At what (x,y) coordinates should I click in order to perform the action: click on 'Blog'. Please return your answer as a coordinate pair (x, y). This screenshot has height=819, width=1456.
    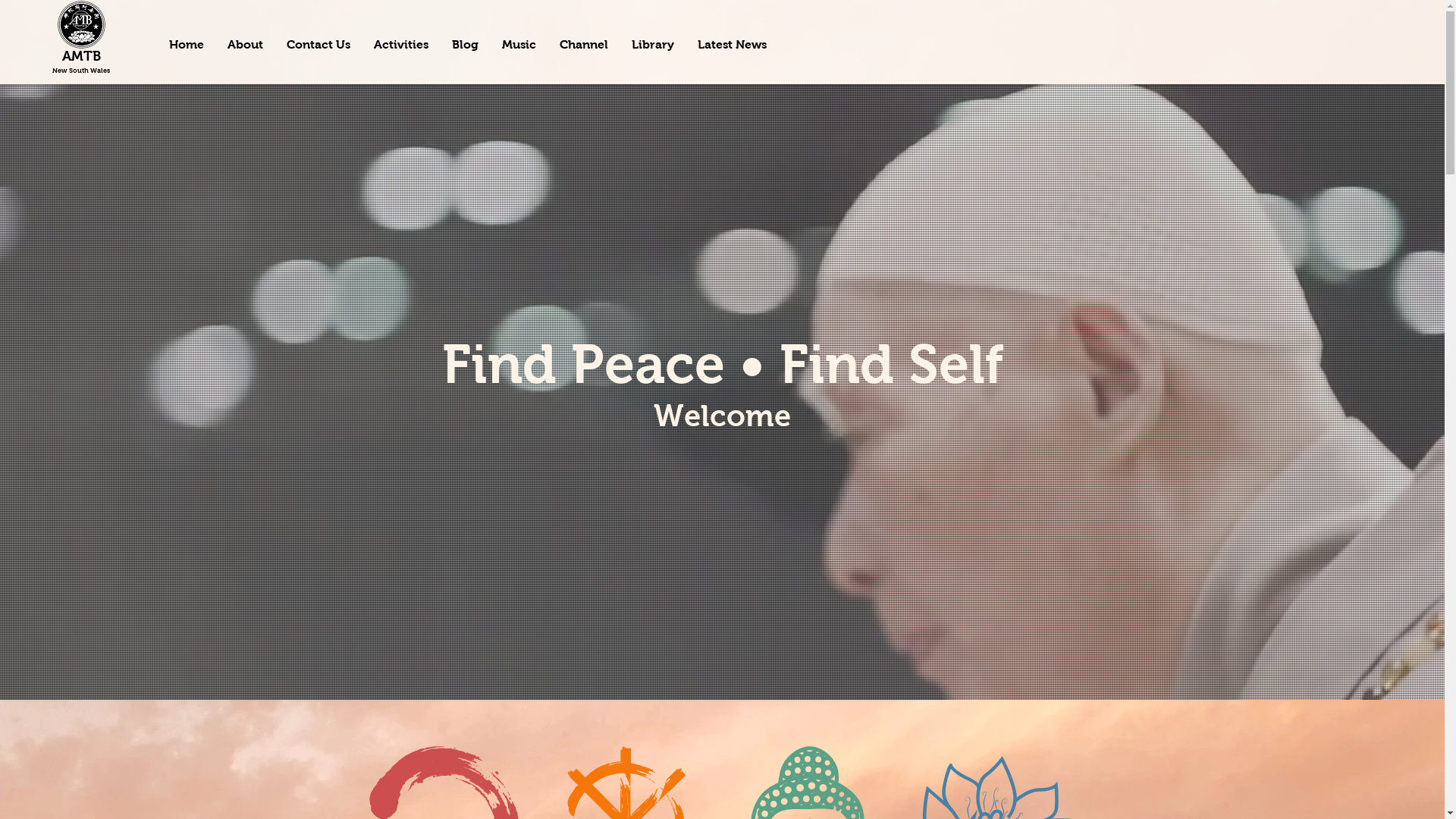
    Looking at the image, I should click on (439, 43).